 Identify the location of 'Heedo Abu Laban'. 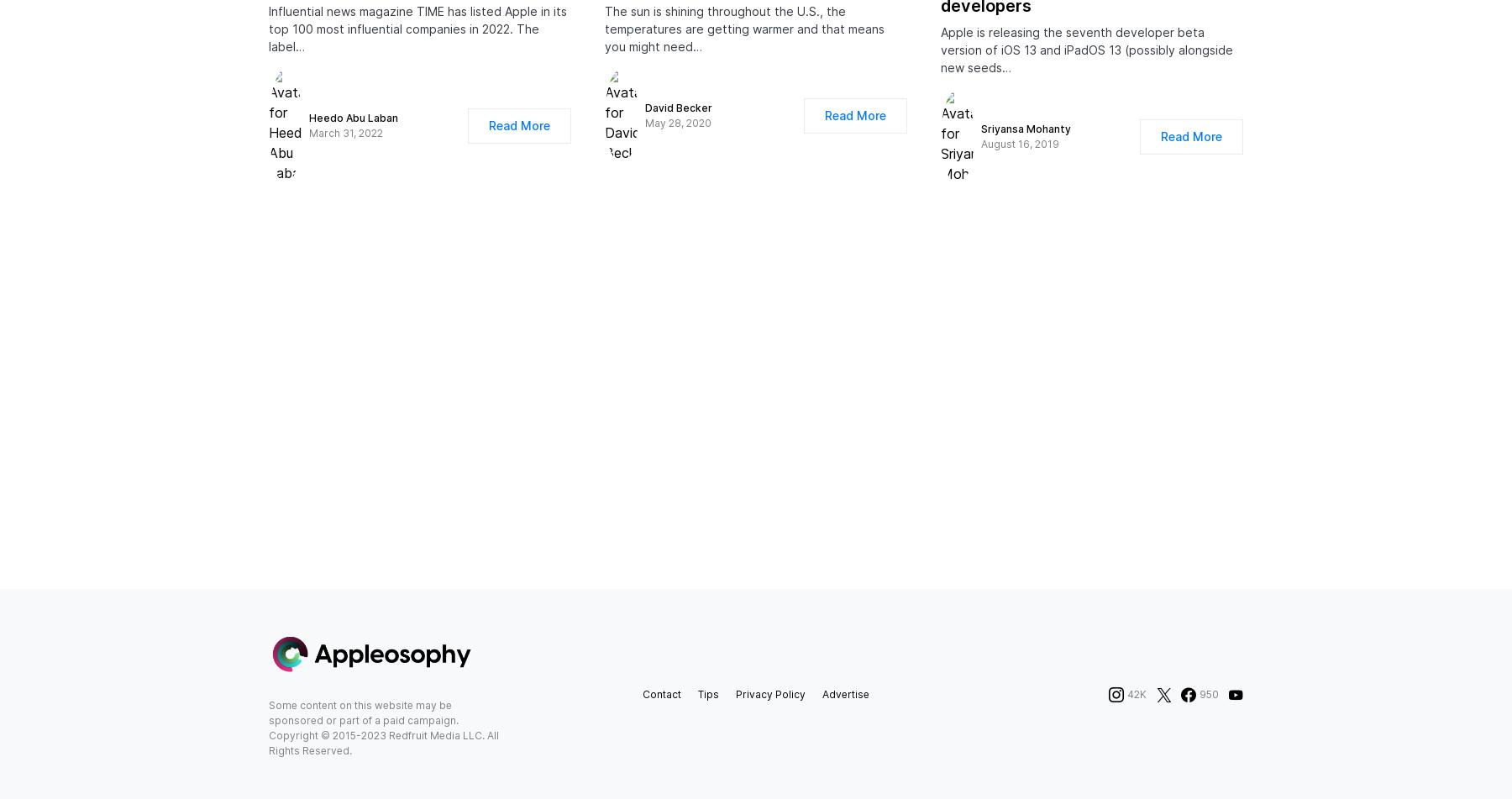
(354, 134).